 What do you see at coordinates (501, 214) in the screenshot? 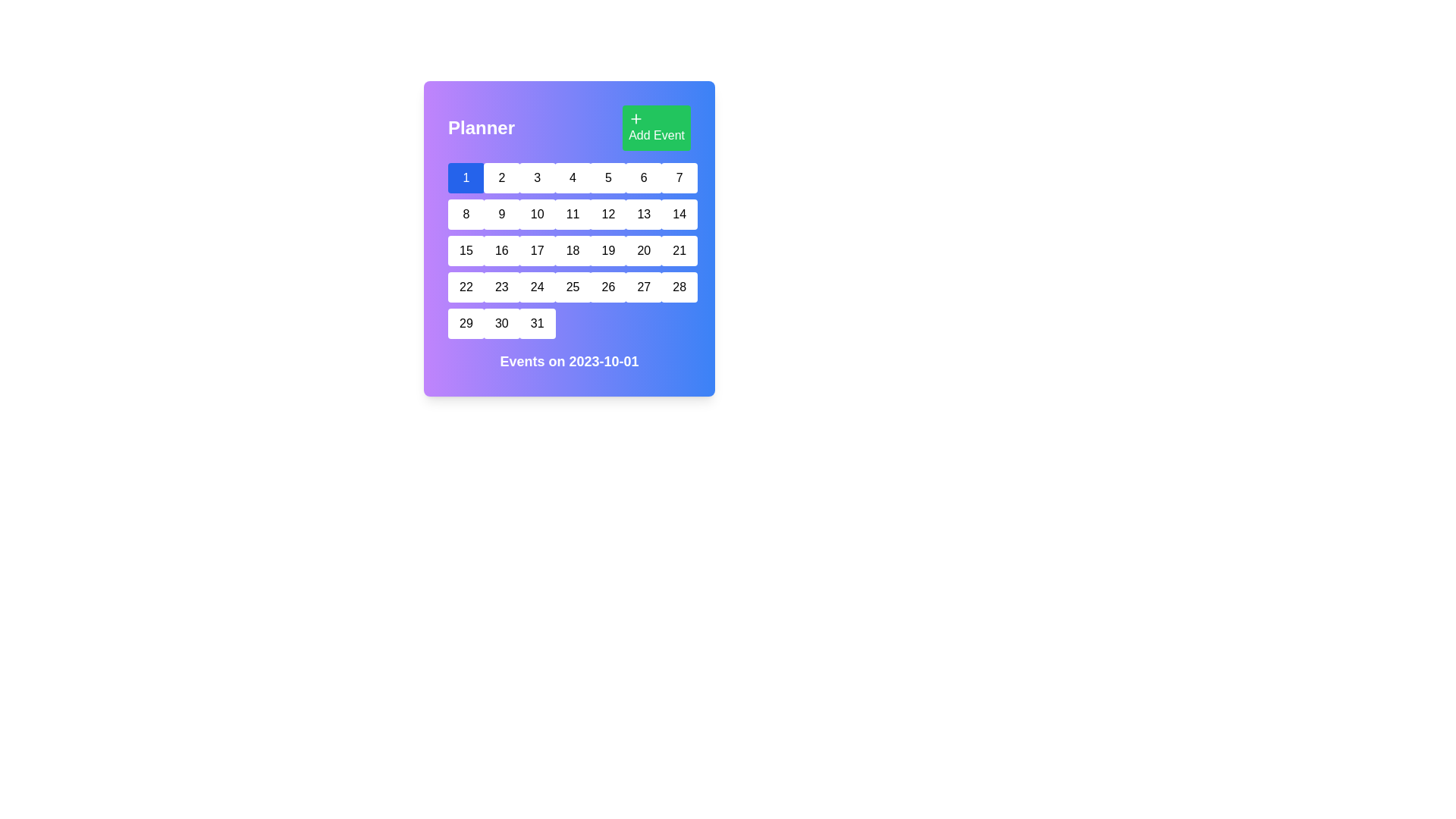
I see `the button representing the 9th day` at bounding box center [501, 214].